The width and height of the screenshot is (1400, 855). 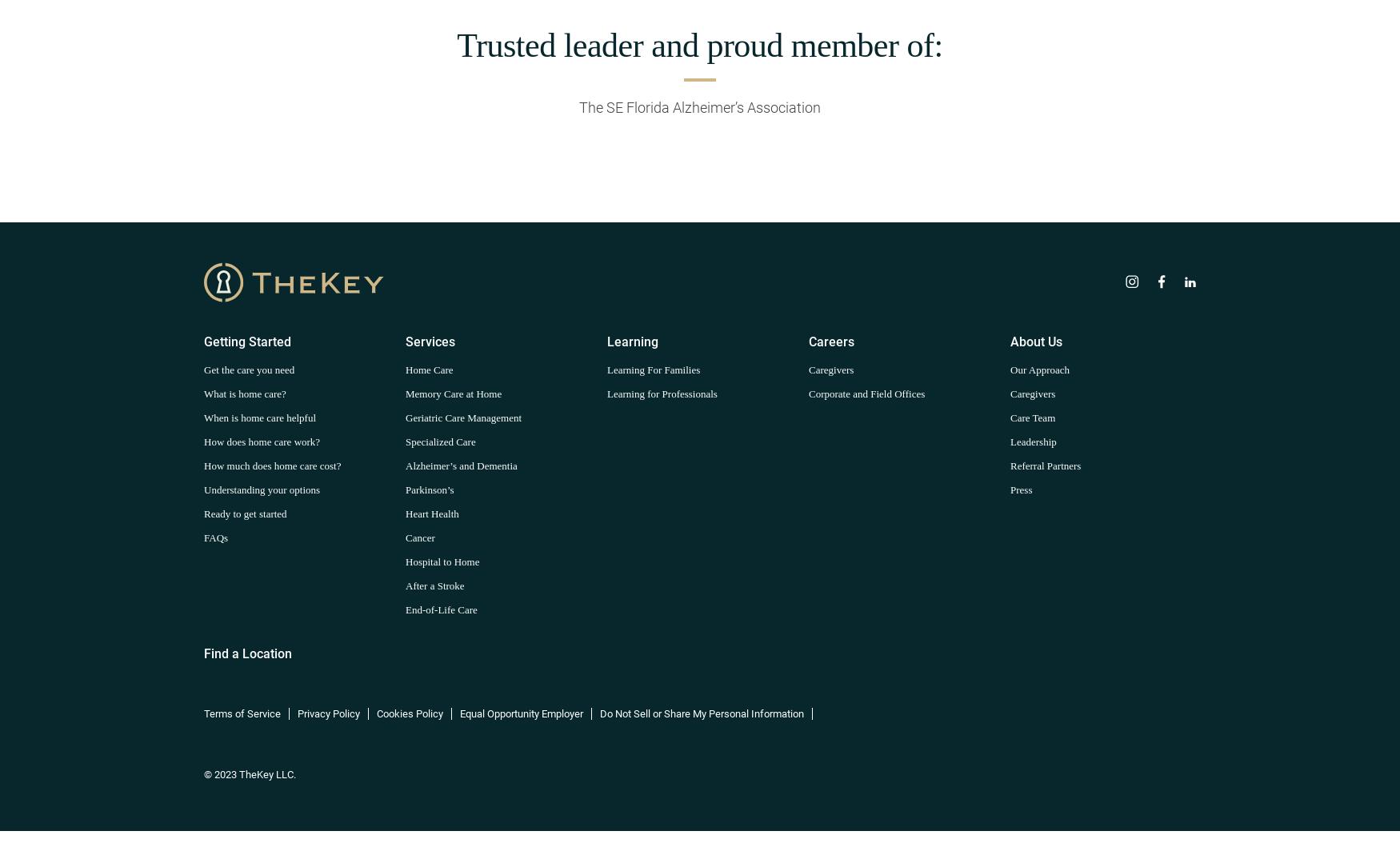 What do you see at coordinates (463, 416) in the screenshot?
I see `'Geriatric Care Management'` at bounding box center [463, 416].